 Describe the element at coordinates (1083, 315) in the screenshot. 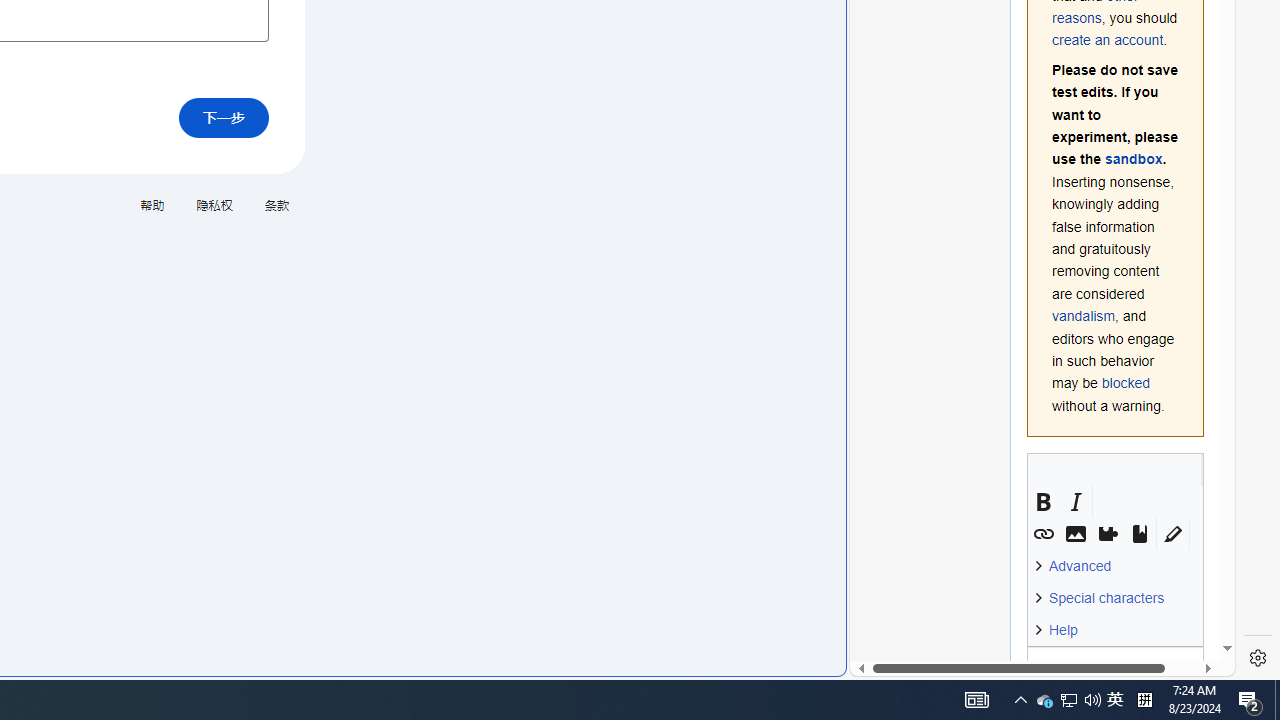

I see `'vandalism'` at that location.